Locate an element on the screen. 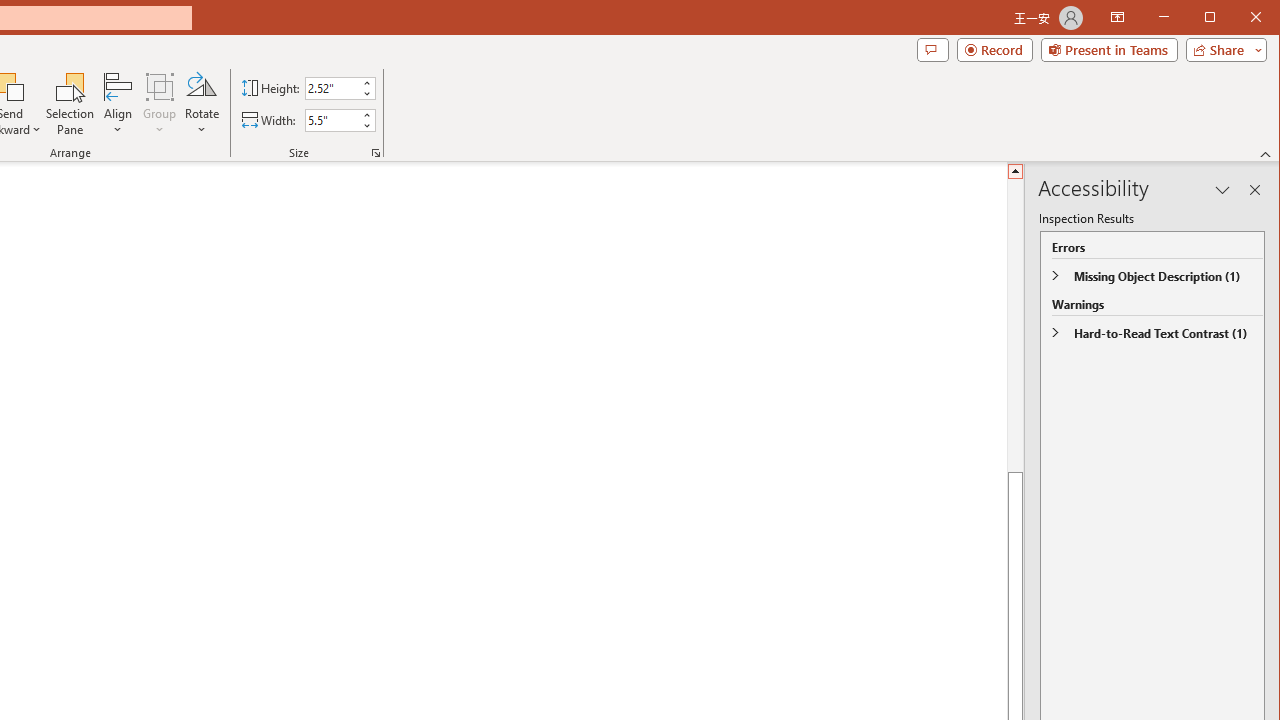  'Align' is located at coordinates (117, 104).